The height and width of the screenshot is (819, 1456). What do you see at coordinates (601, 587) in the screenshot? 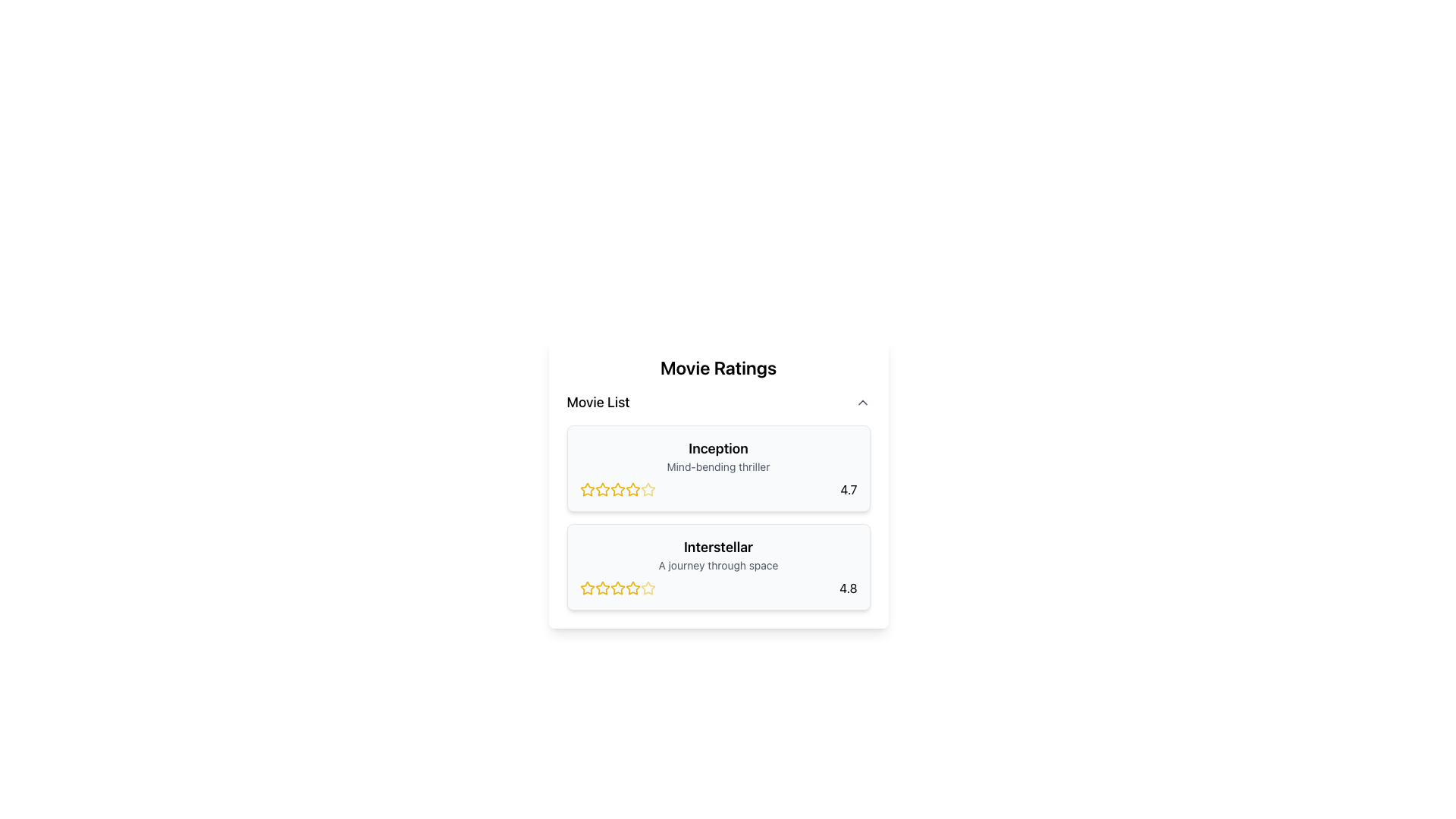
I see `the first yellow star icon in the rating system for the movie 'Interstellar' to modify the rating` at bounding box center [601, 587].